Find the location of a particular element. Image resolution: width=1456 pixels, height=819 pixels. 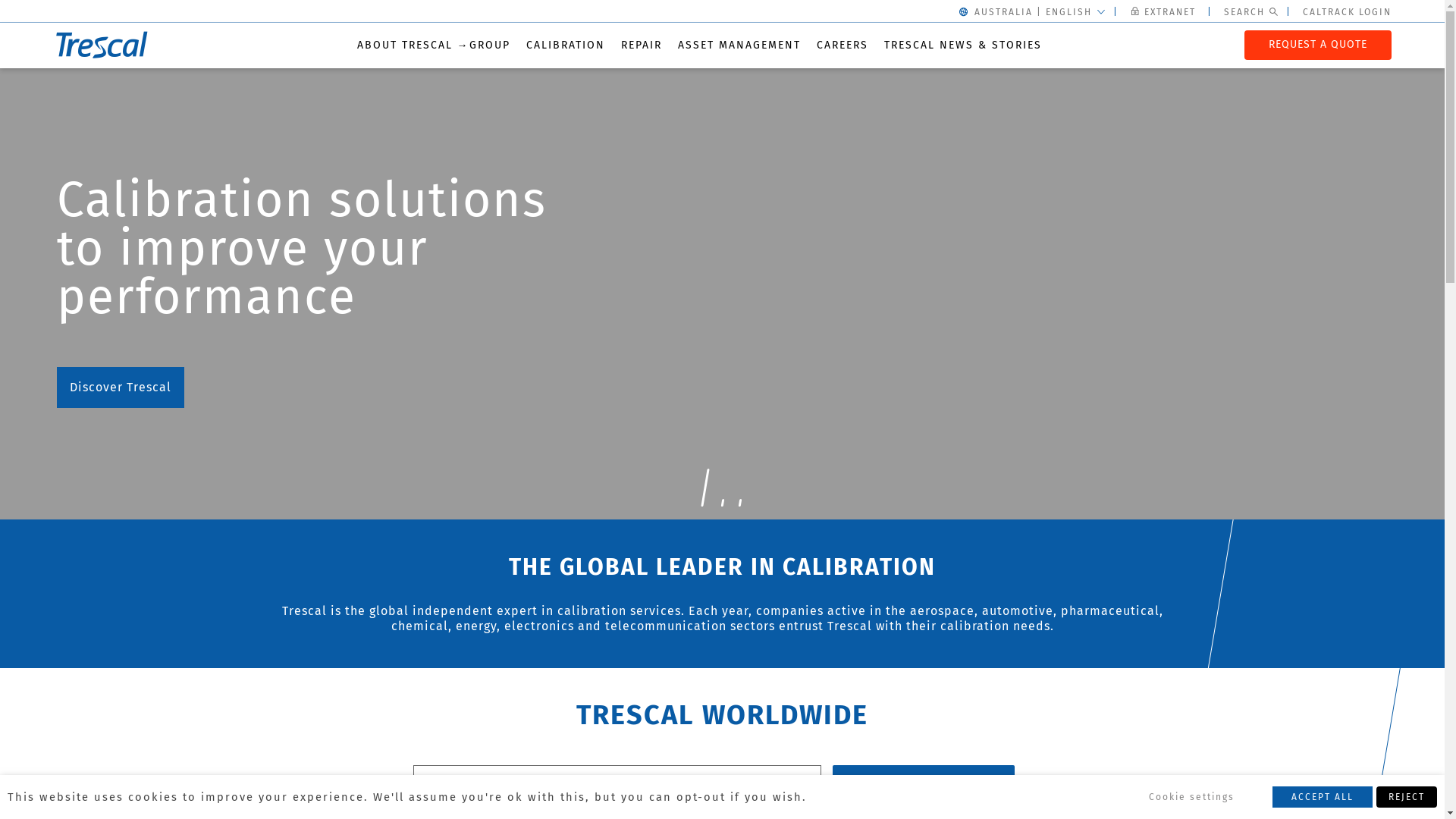

'ASSET MANAGEMENT' is located at coordinates (739, 44).